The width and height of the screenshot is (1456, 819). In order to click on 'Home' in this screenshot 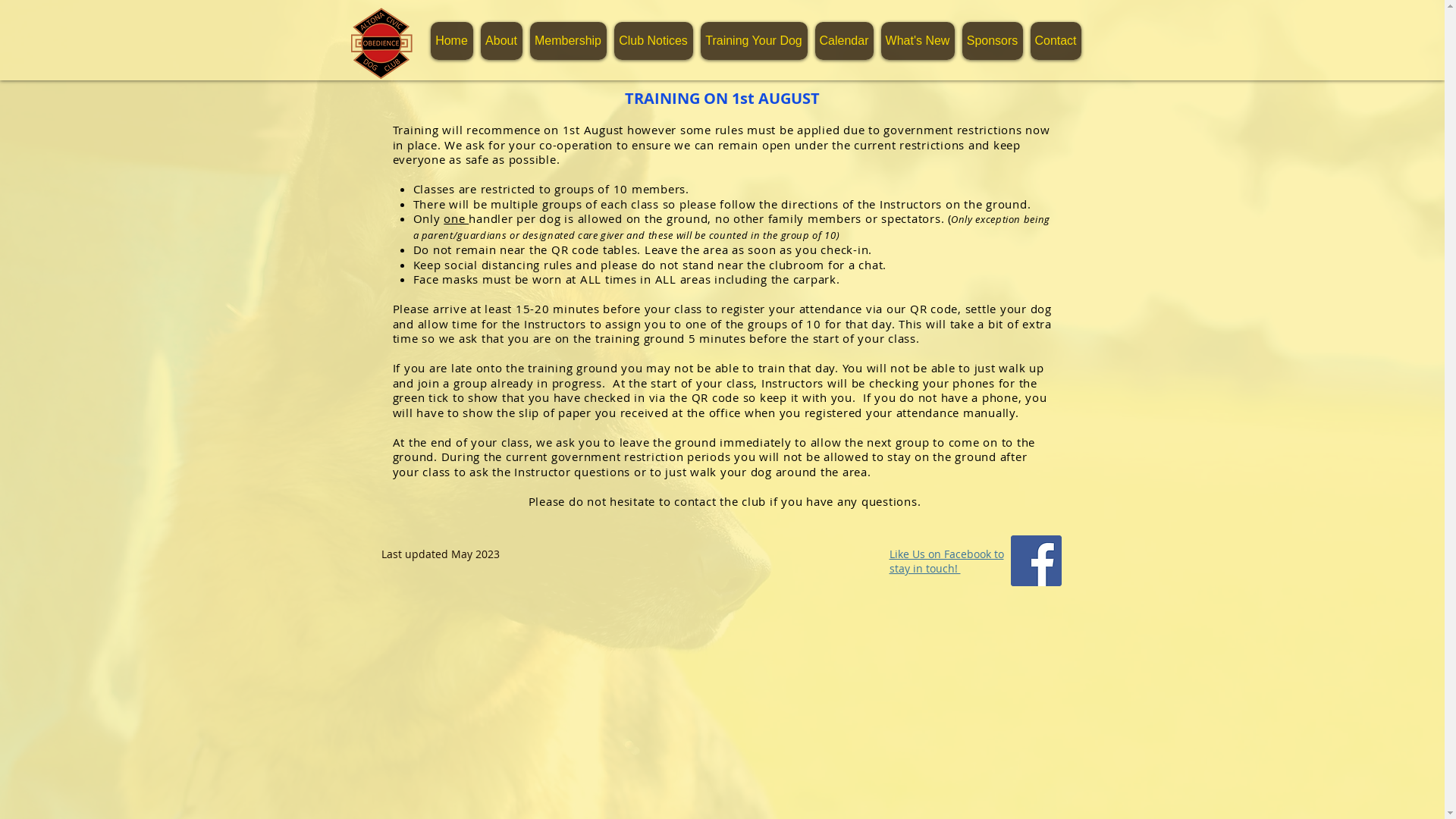, I will do `click(450, 40)`.